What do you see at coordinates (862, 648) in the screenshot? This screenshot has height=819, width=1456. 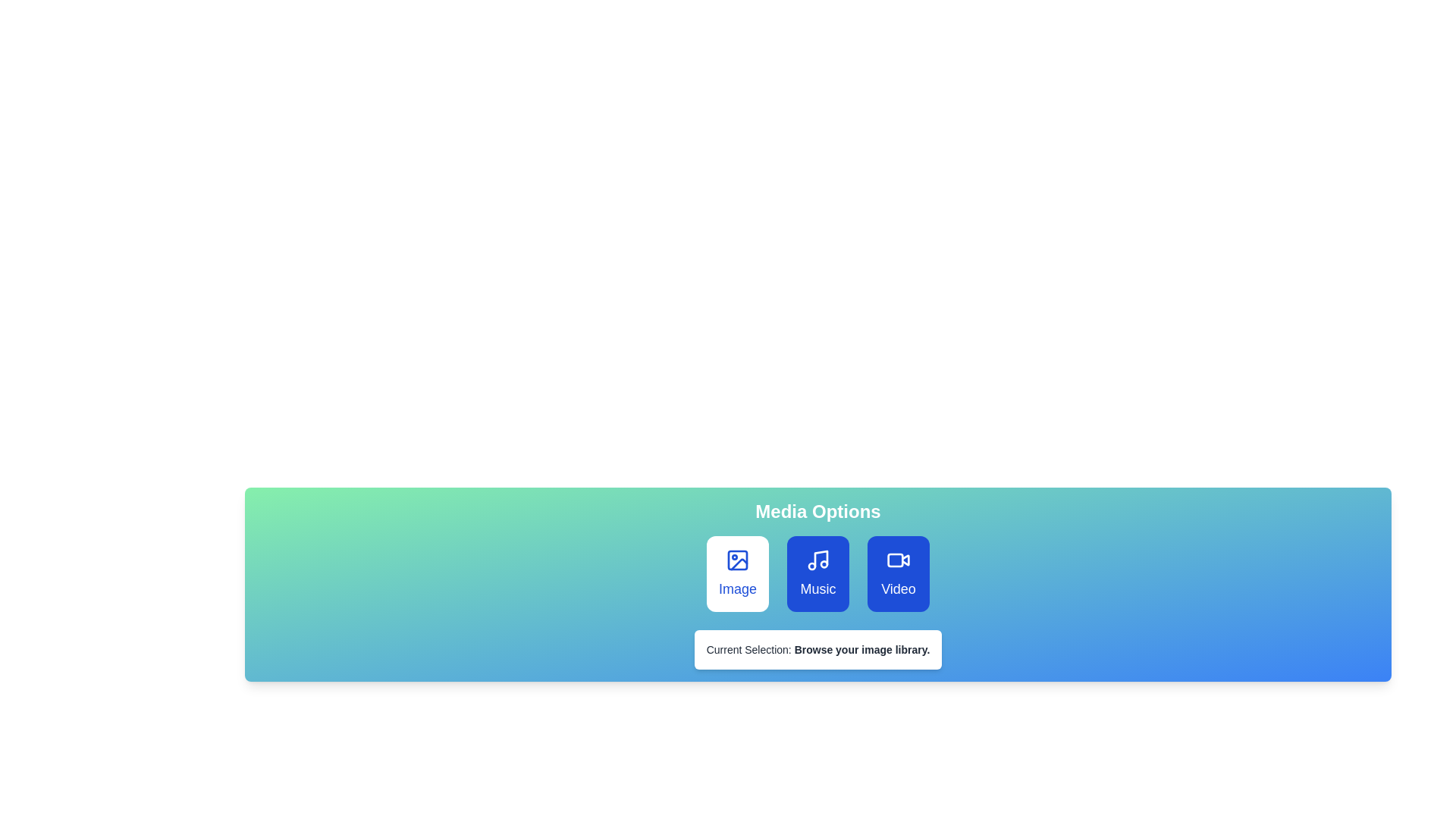 I see `the non-interactive text label that describes the ability to browse the image library, located at the bottom area of the interface beneath selectable media options` at bounding box center [862, 648].